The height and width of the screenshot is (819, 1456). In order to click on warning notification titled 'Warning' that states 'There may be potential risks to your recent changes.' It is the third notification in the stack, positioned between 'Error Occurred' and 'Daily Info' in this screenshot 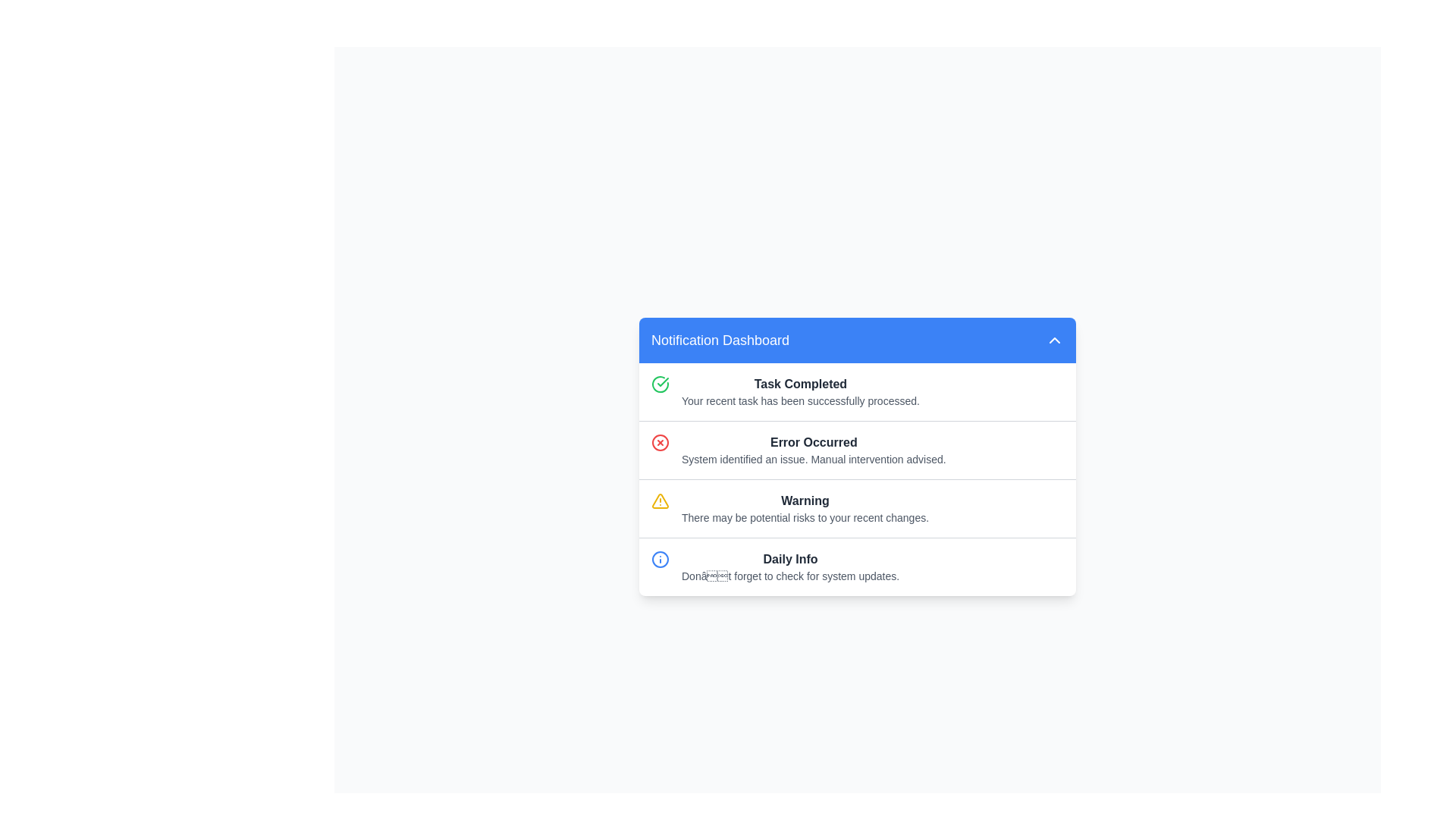, I will do `click(804, 508)`.